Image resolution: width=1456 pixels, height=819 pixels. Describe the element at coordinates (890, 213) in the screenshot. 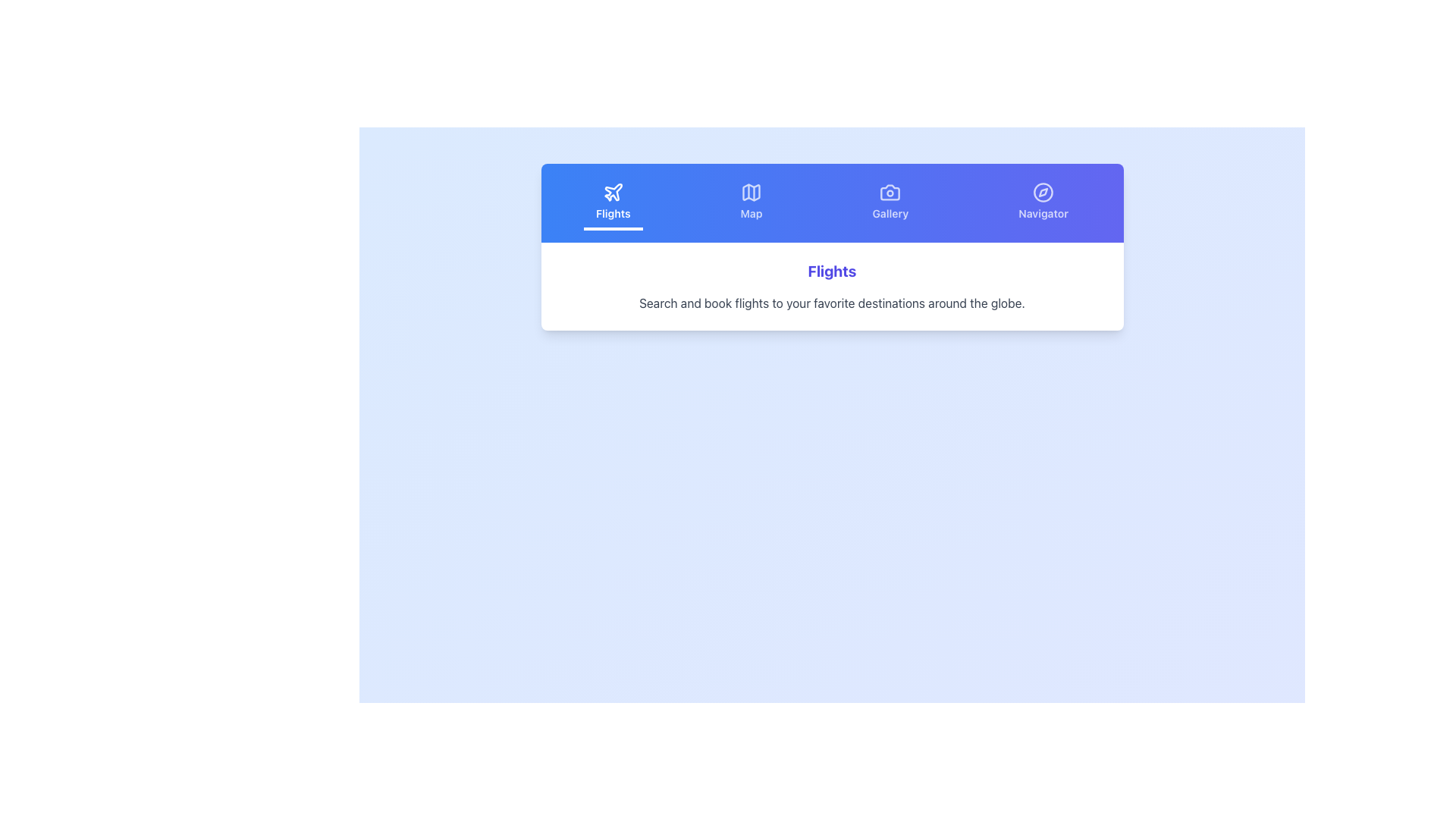

I see `the 'Gallery' text label, which is styled in white on a blue background and positioned below a camera icon in the navigation options` at that location.